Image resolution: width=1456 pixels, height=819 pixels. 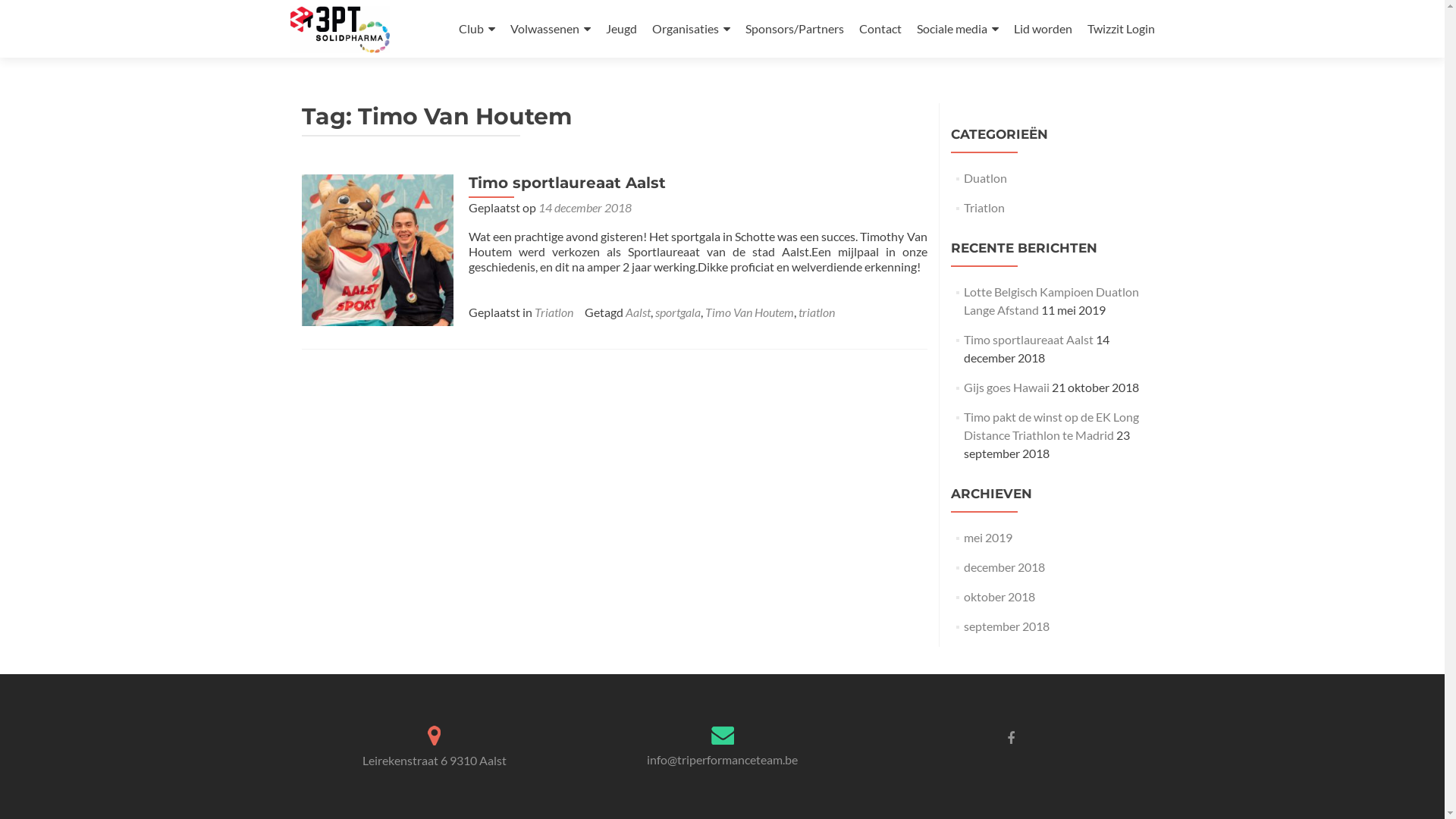 What do you see at coordinates (1041, 28) in the screenshot?
I see `'Lid worden'` at bounding box center [1041, 28].